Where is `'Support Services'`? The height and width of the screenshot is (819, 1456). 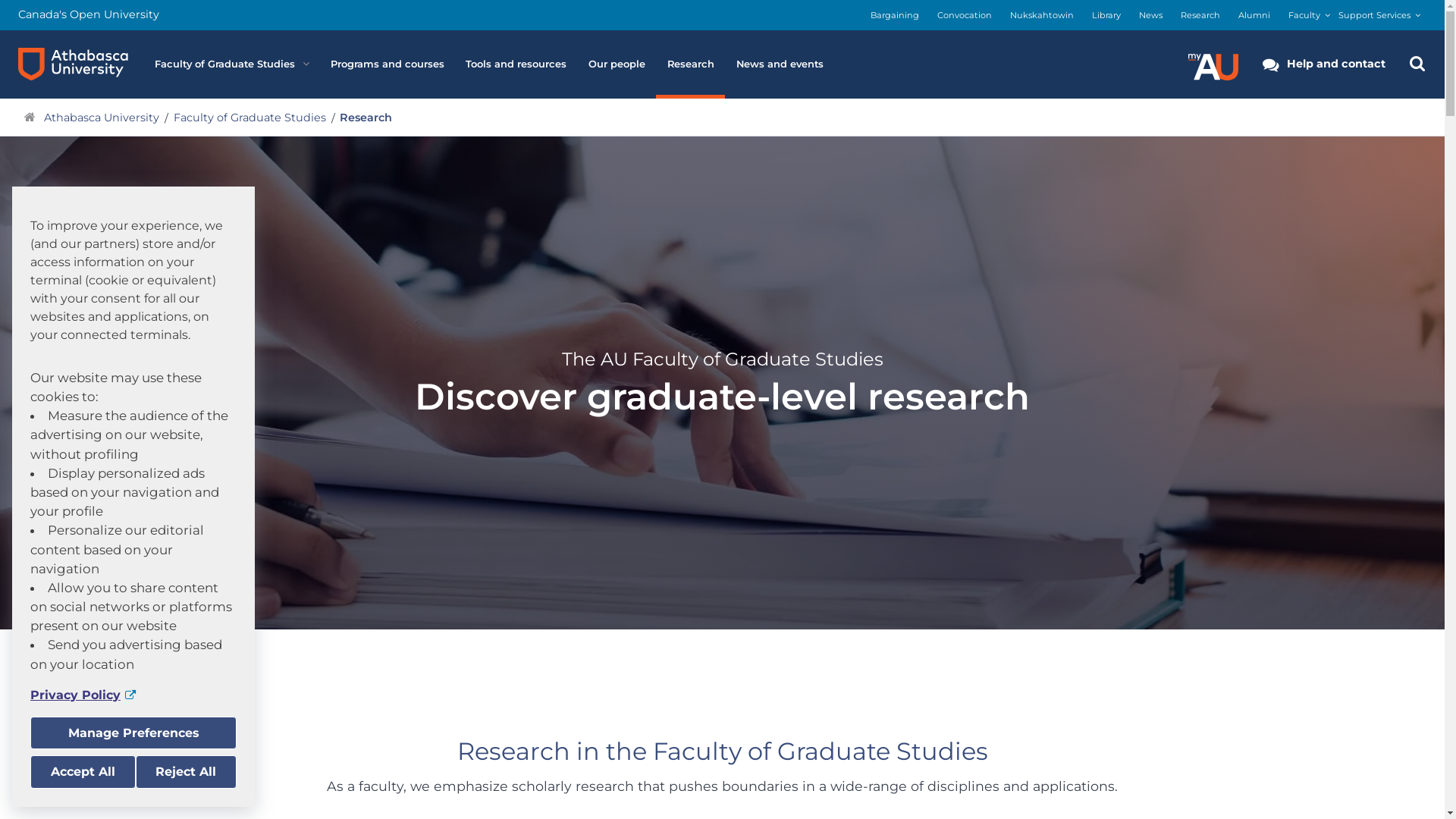 'Support Services' is located at coordinates (1374, 15).